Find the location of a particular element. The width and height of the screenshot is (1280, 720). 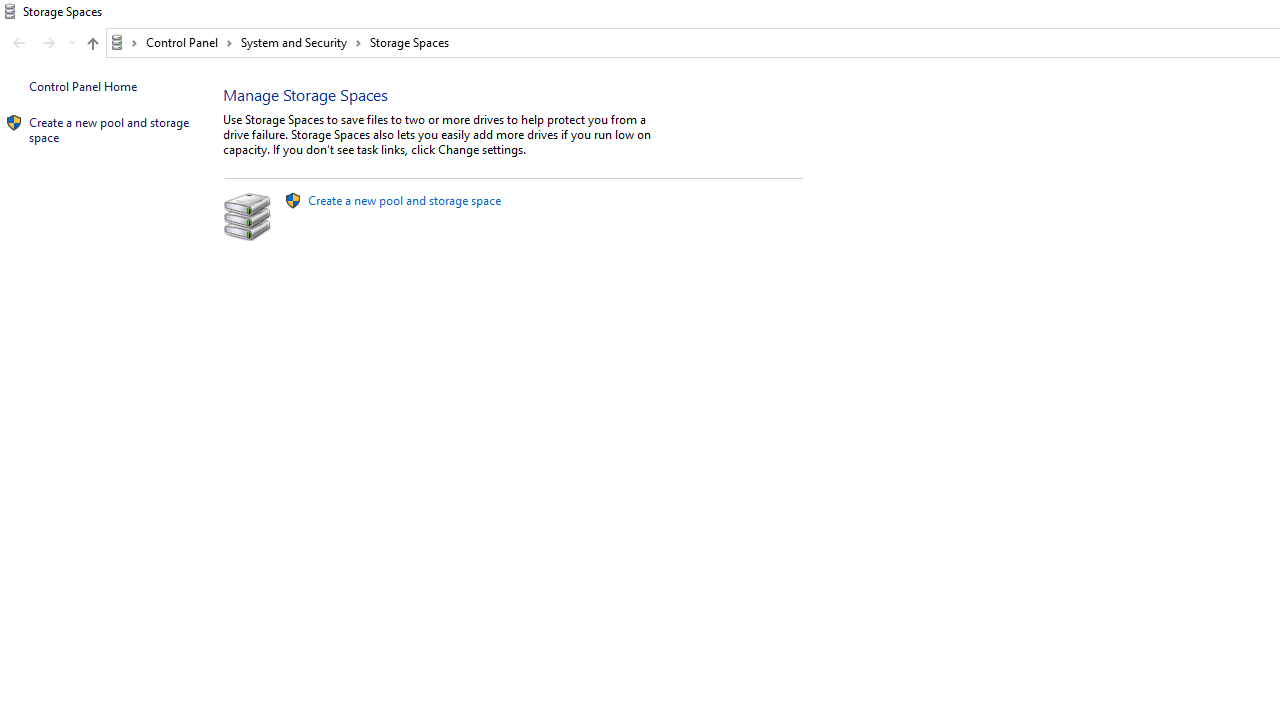

'Up band toolbar' is located at coordinates (91, 45).